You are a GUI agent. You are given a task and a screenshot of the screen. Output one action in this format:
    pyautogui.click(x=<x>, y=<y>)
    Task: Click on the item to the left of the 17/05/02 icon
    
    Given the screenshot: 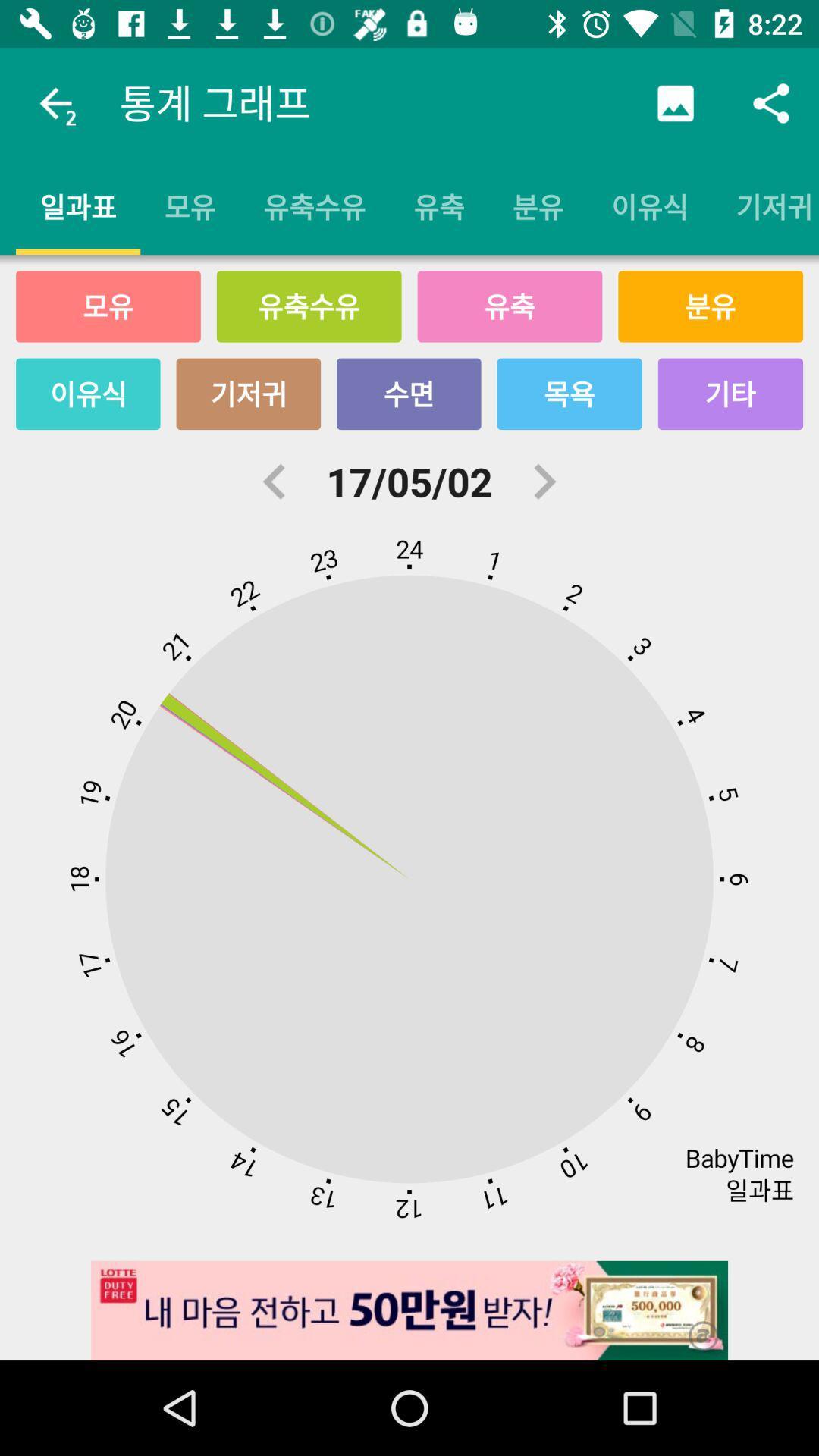 What is the action you would take?
    pyautogui.click(x=275, y=481)
    